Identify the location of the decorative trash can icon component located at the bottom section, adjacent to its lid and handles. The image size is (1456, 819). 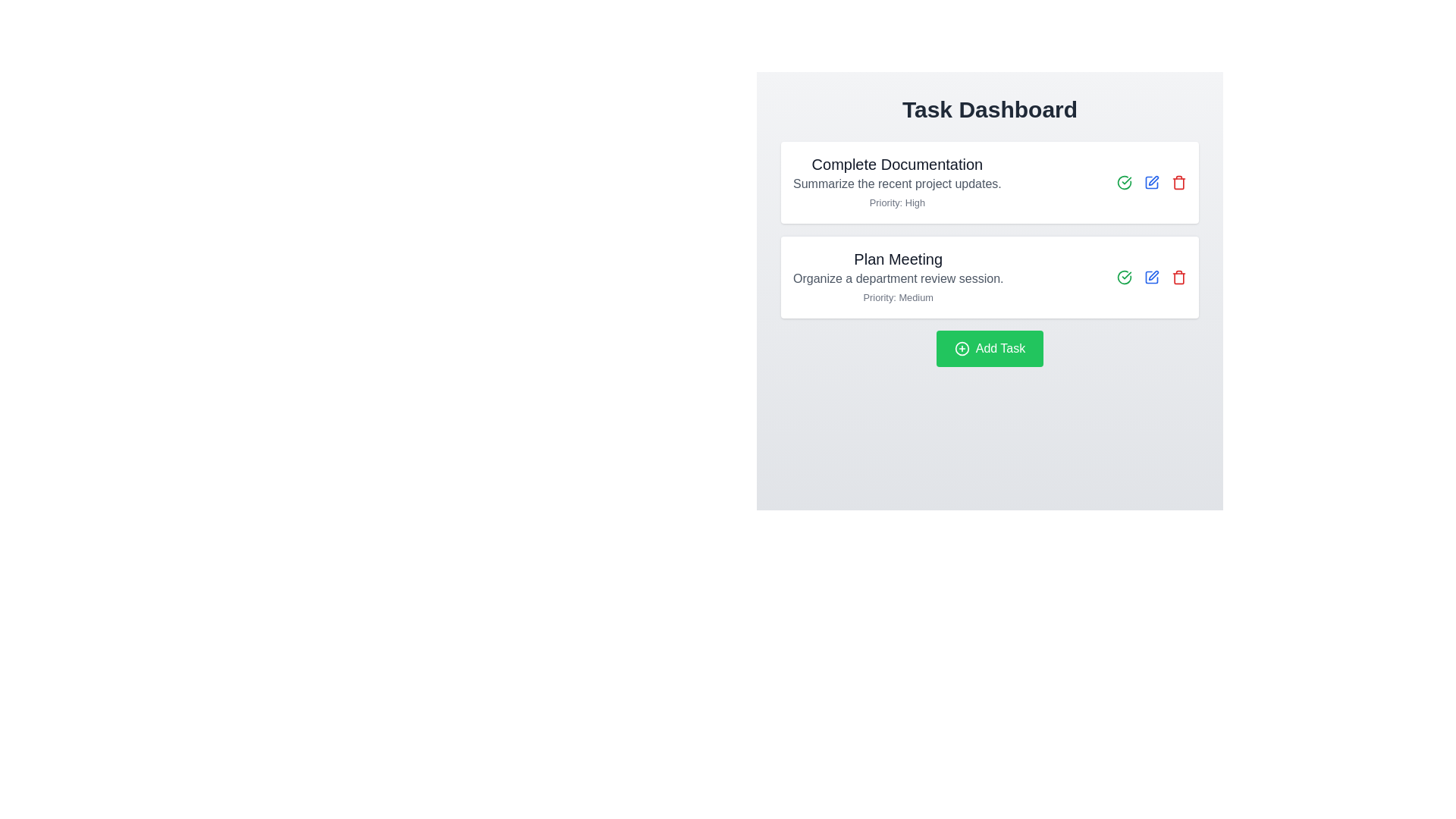
(1178, 278).